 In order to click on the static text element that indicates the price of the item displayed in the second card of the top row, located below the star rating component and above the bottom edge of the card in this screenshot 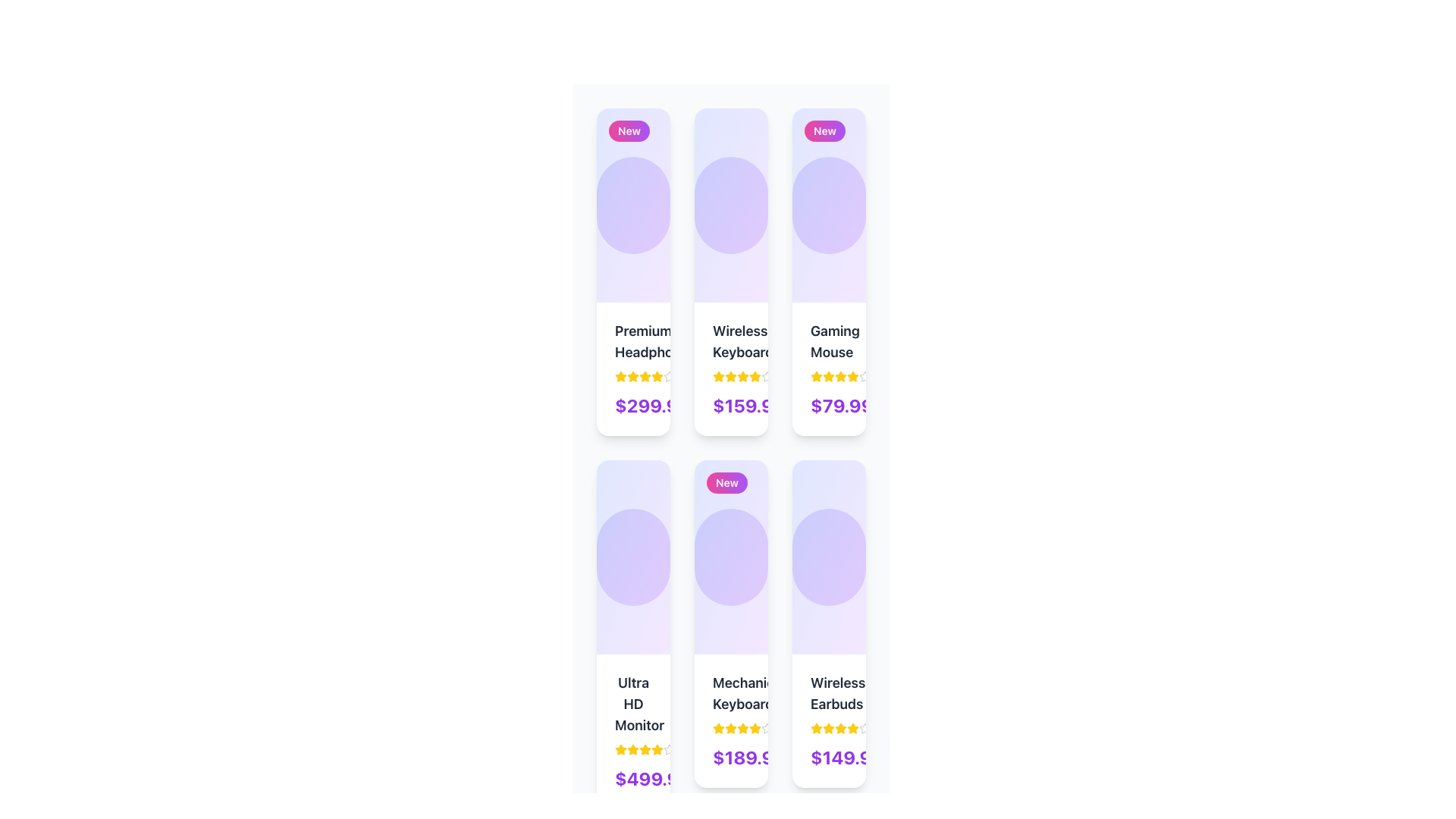, I will do `click(748, 405)`.